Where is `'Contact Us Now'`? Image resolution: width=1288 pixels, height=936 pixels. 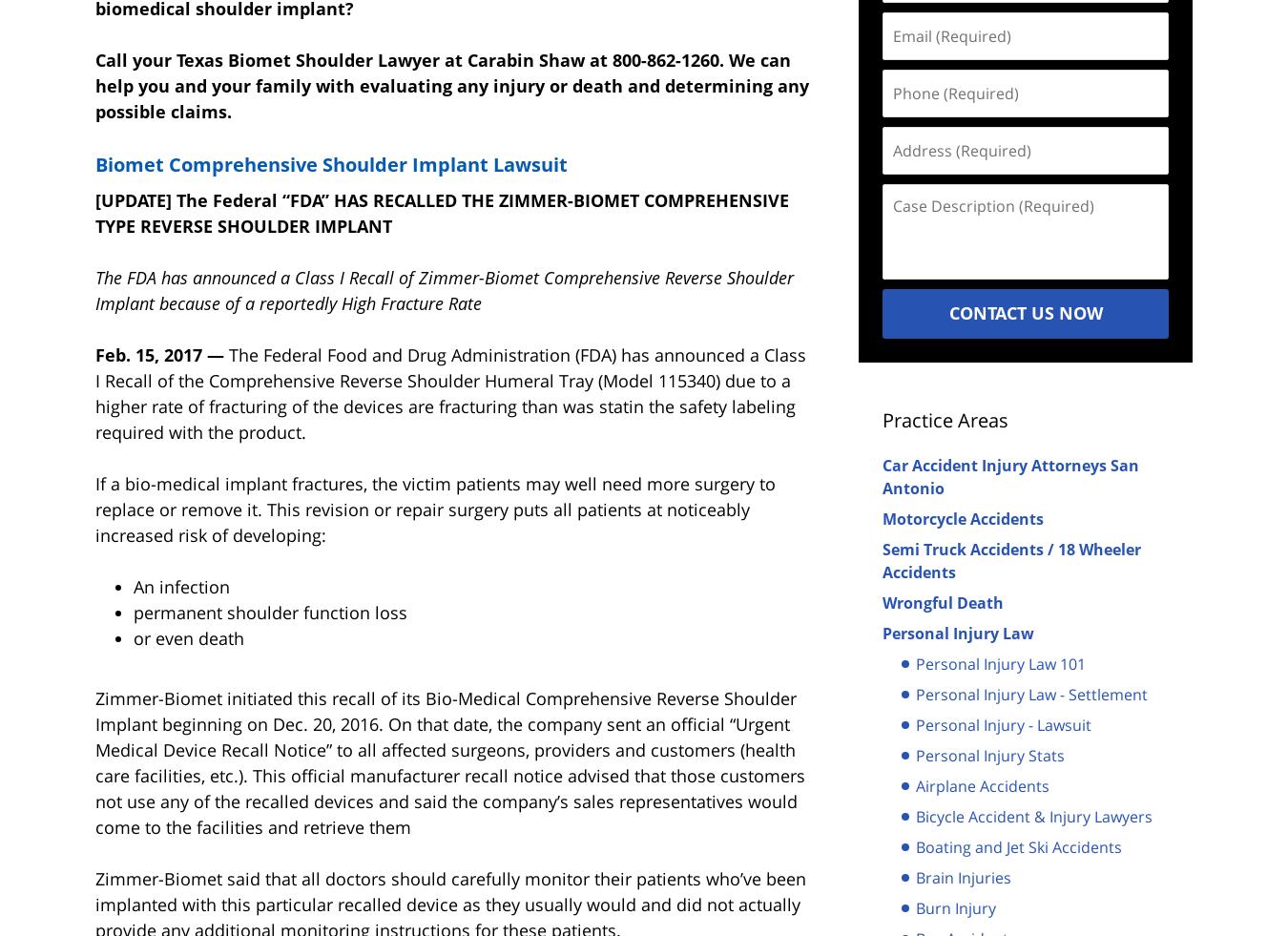
'Contact Us Now' is located at coordinates (1025, 310).